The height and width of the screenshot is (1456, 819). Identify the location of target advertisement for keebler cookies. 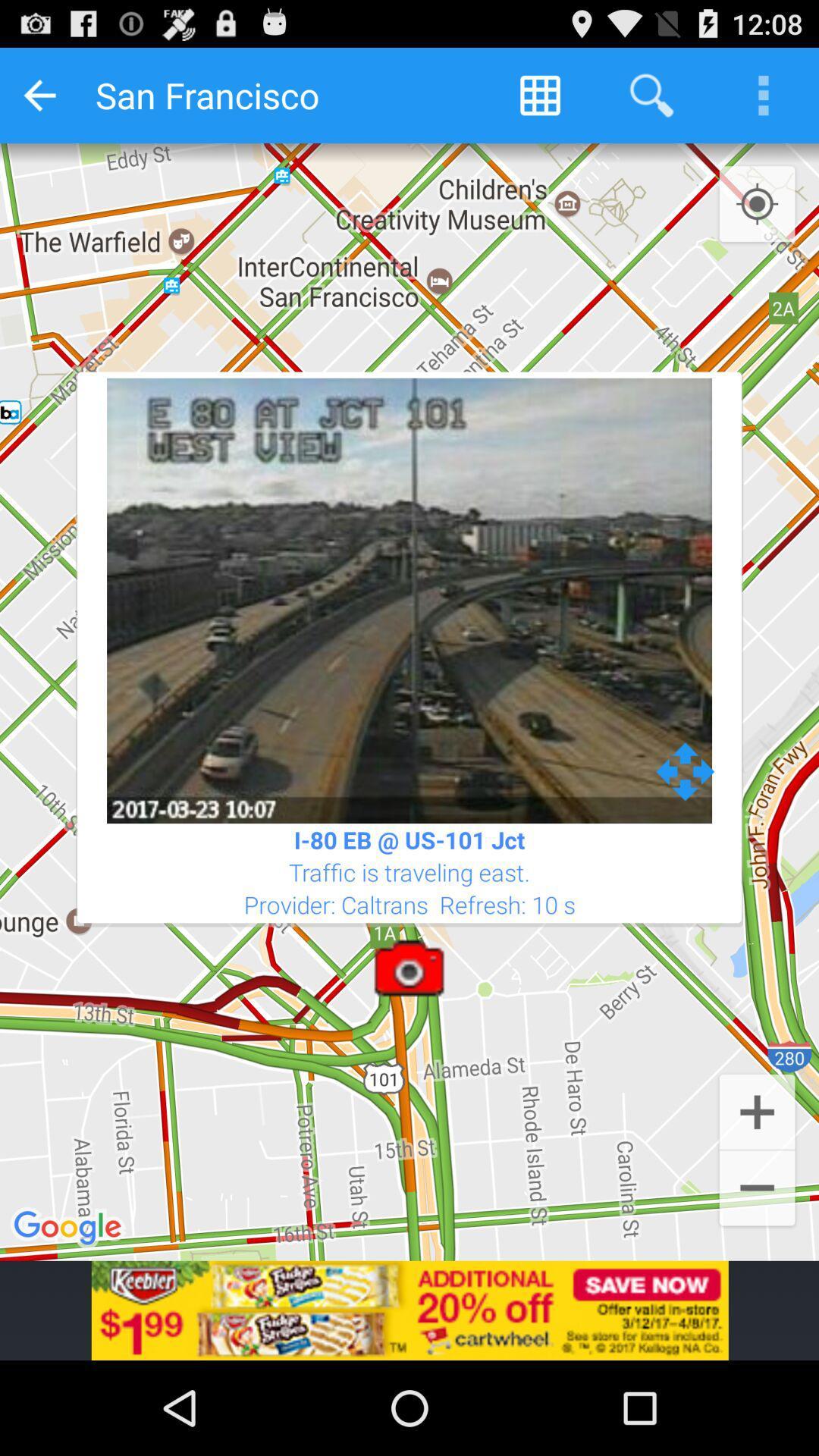
(409, 1310).